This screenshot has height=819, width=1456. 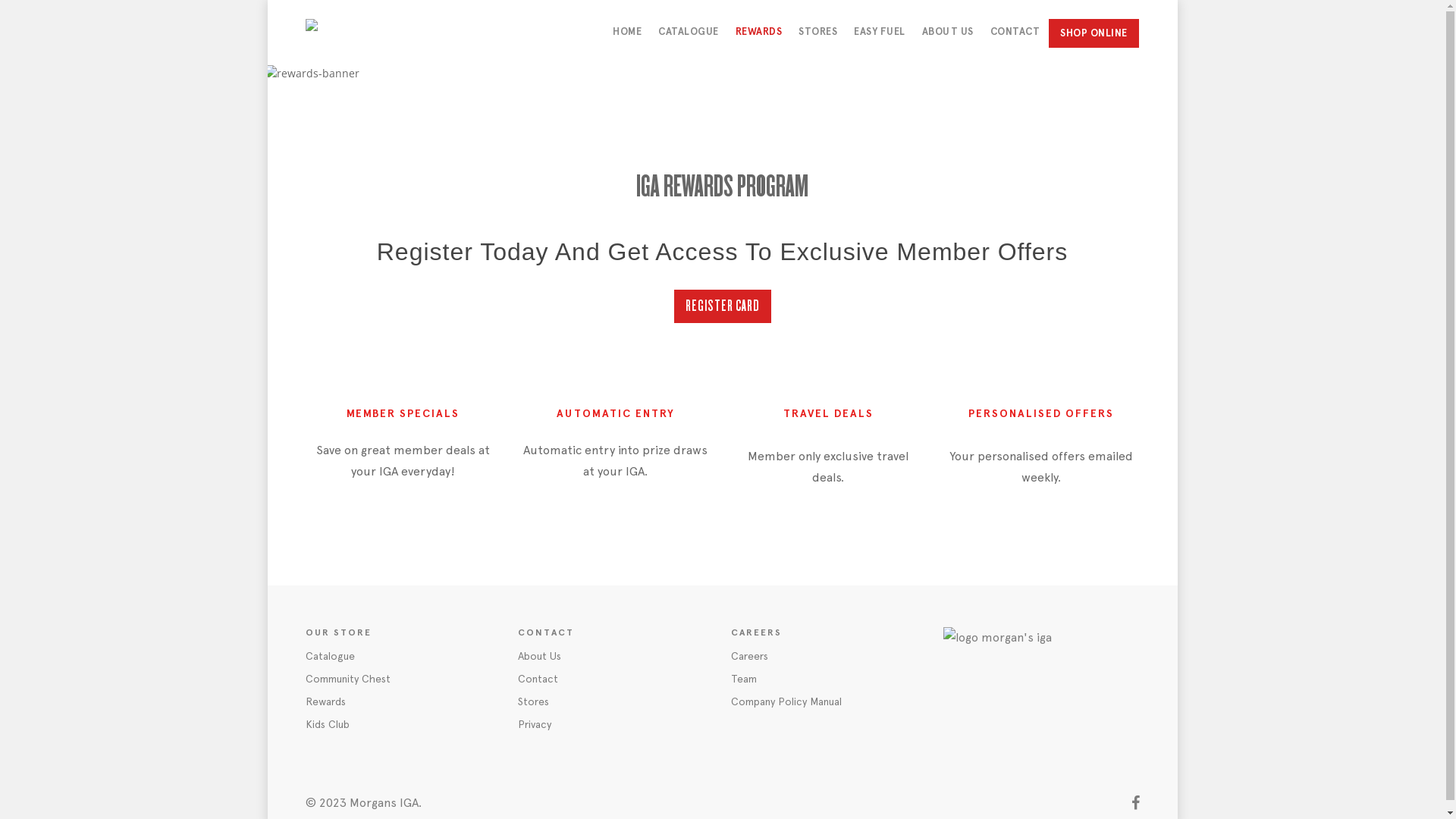 I want to click on 'REGISTER CARD', so click(x=720, y=306).